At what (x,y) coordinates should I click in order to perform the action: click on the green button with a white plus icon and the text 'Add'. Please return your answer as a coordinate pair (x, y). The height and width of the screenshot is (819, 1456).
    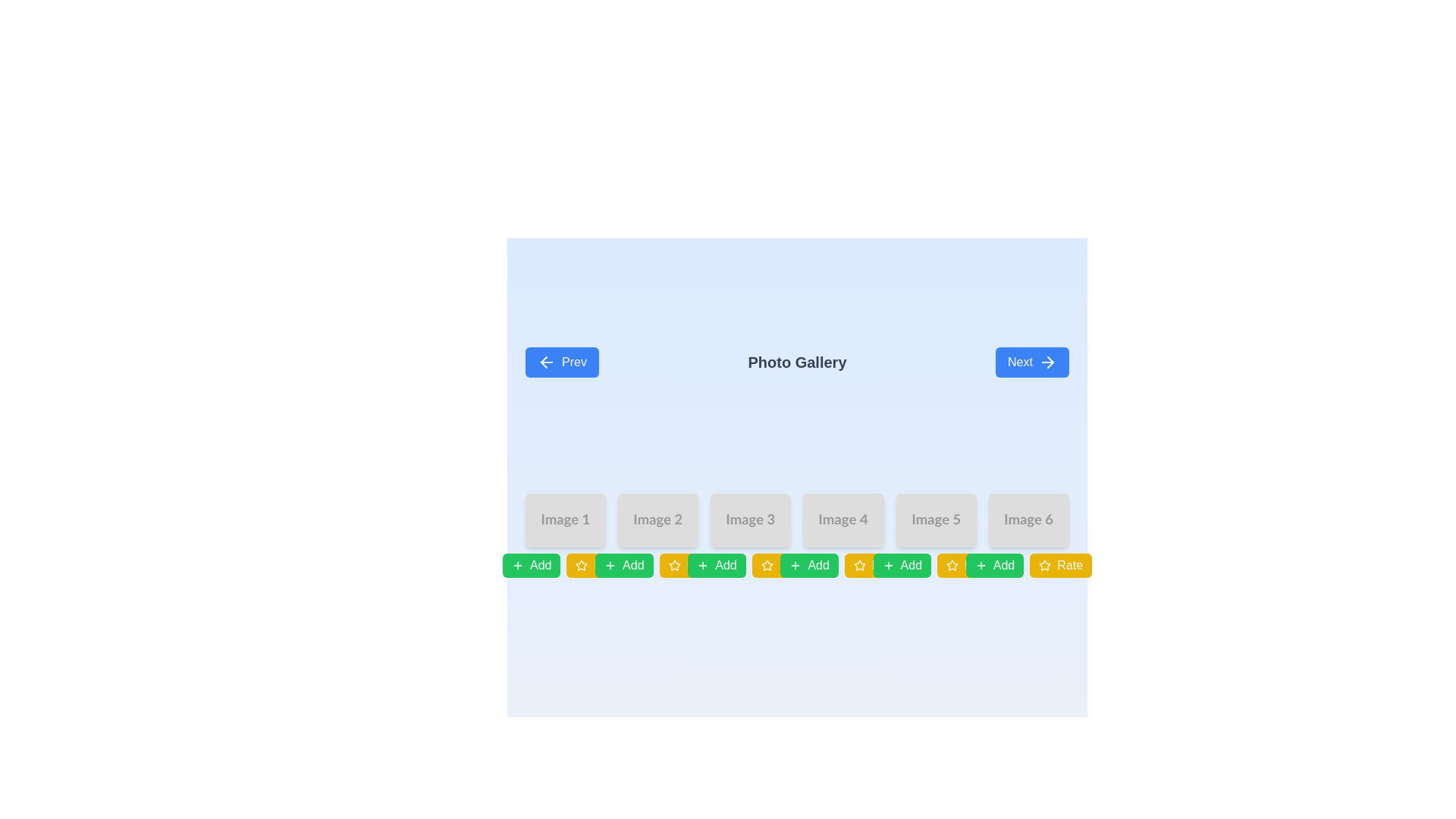
    Looking at the image, I should click on (994, 565).